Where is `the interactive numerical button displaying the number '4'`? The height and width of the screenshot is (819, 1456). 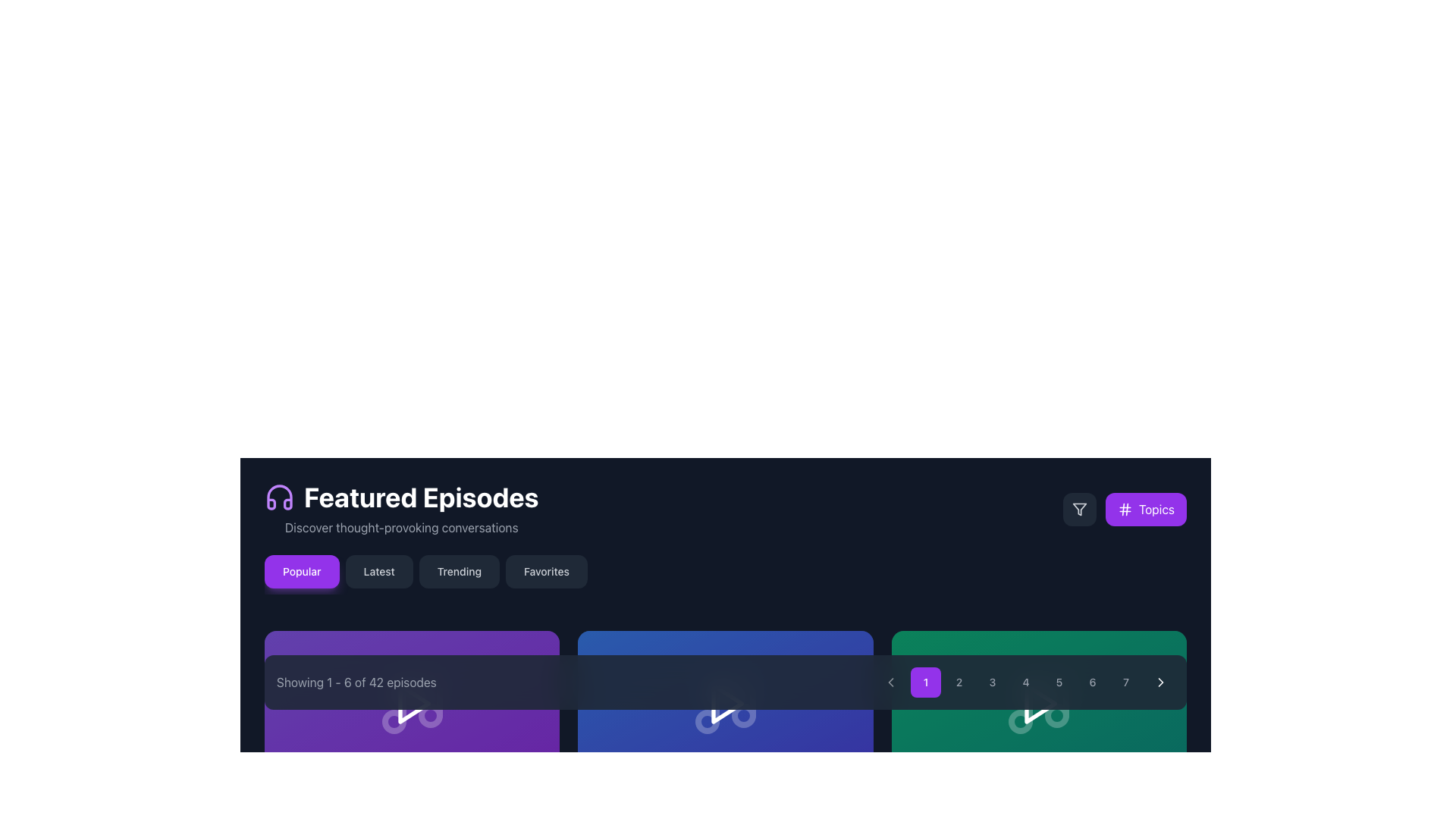
the interactive numerical button displaying the number '4' is located at coordinates (1026, 681).